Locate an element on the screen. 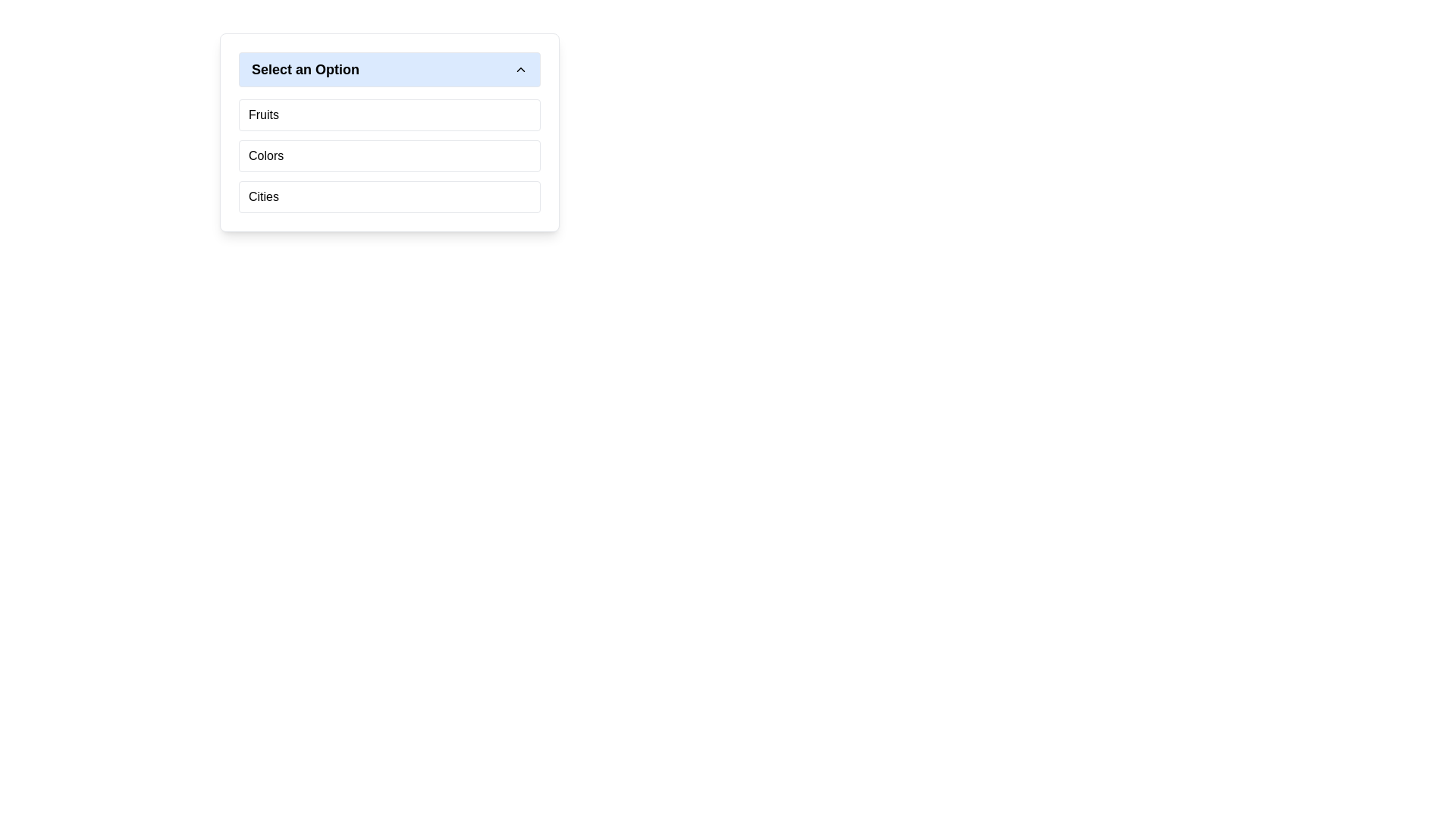 The height and width of the screenshot is (819, 1456). the third item in the dropdown list labeled 'Cities' is located at coordinates (389, 196).